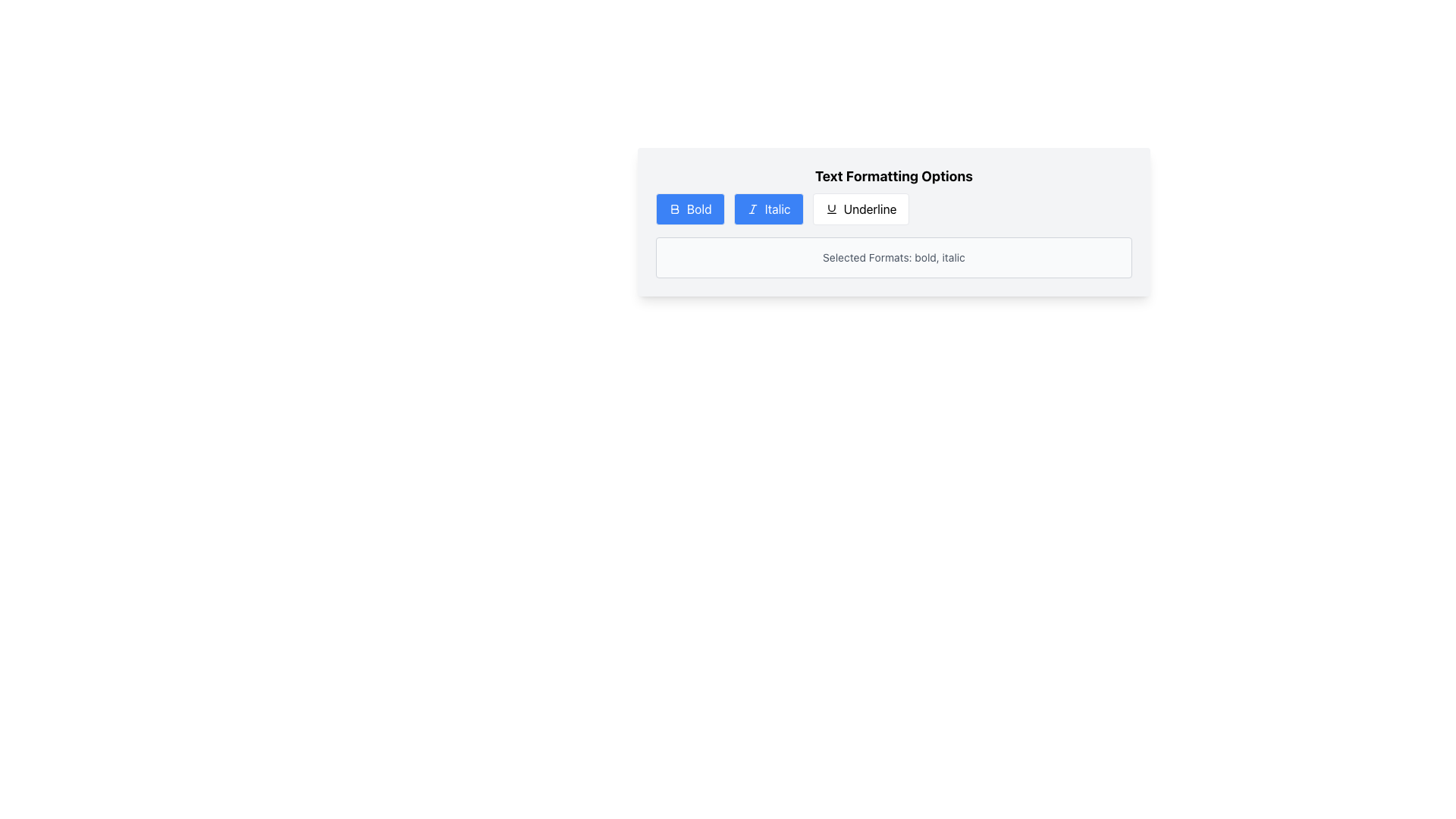 The height and width of the screenshot is (819, 1456). I want to click on the 'Bold' button, which is a rectangular button with a blue background and white text, so click(689, 209).